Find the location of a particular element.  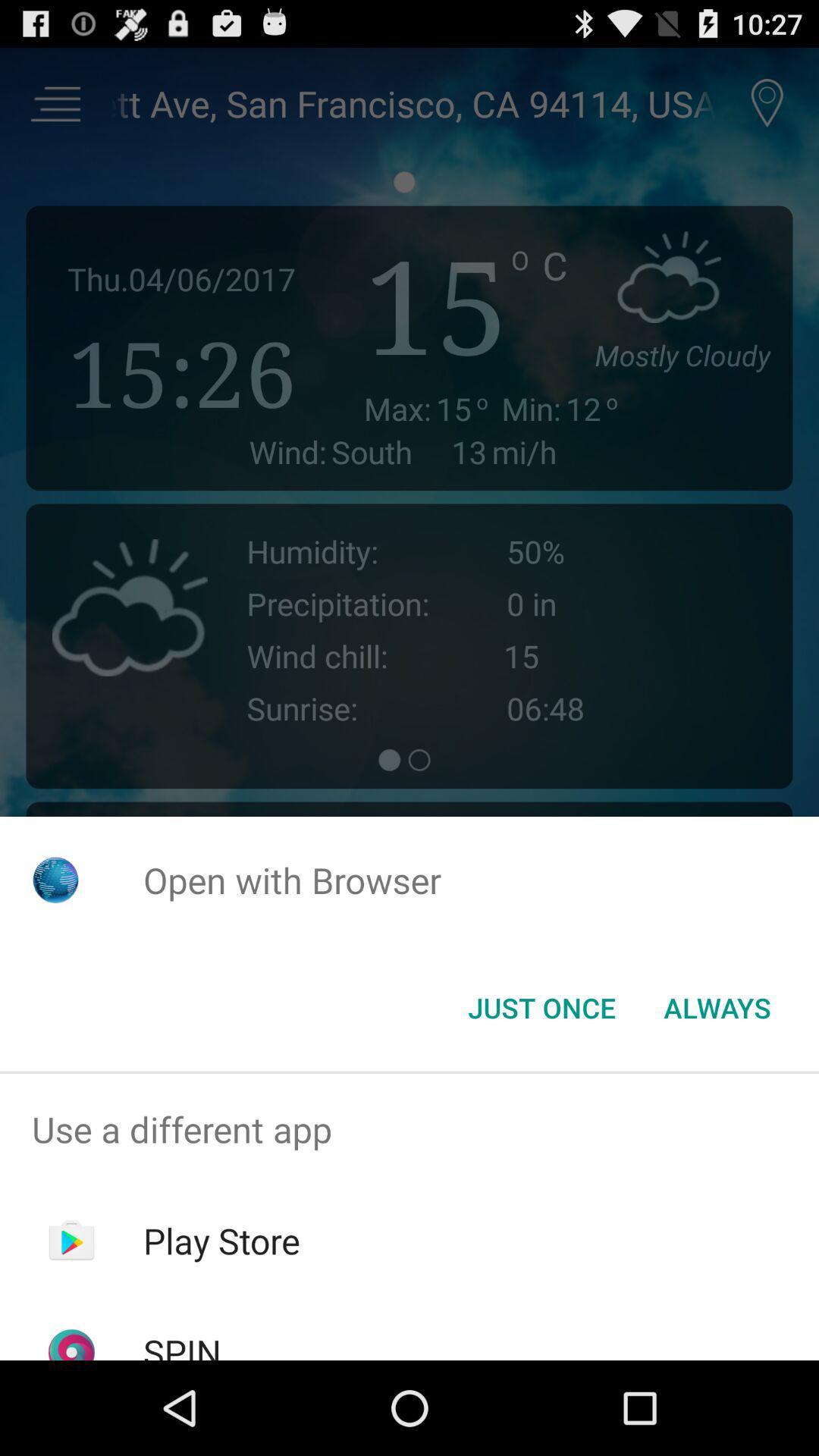

the button at the bottom right corner is located at coordinates (717, 1008).